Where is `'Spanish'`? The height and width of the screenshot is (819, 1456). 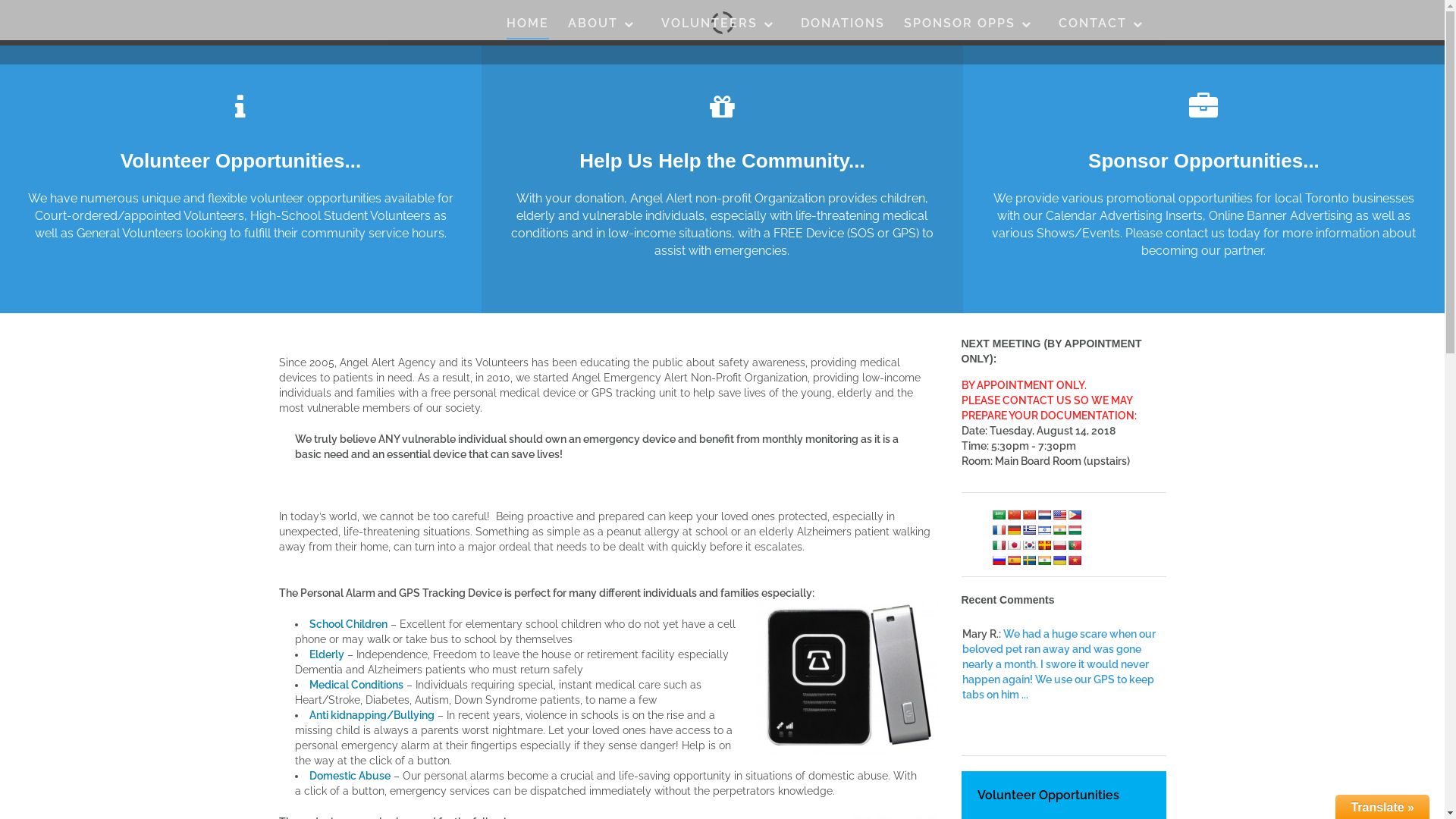 'Spanish' is located at coordinates (1014, 559).